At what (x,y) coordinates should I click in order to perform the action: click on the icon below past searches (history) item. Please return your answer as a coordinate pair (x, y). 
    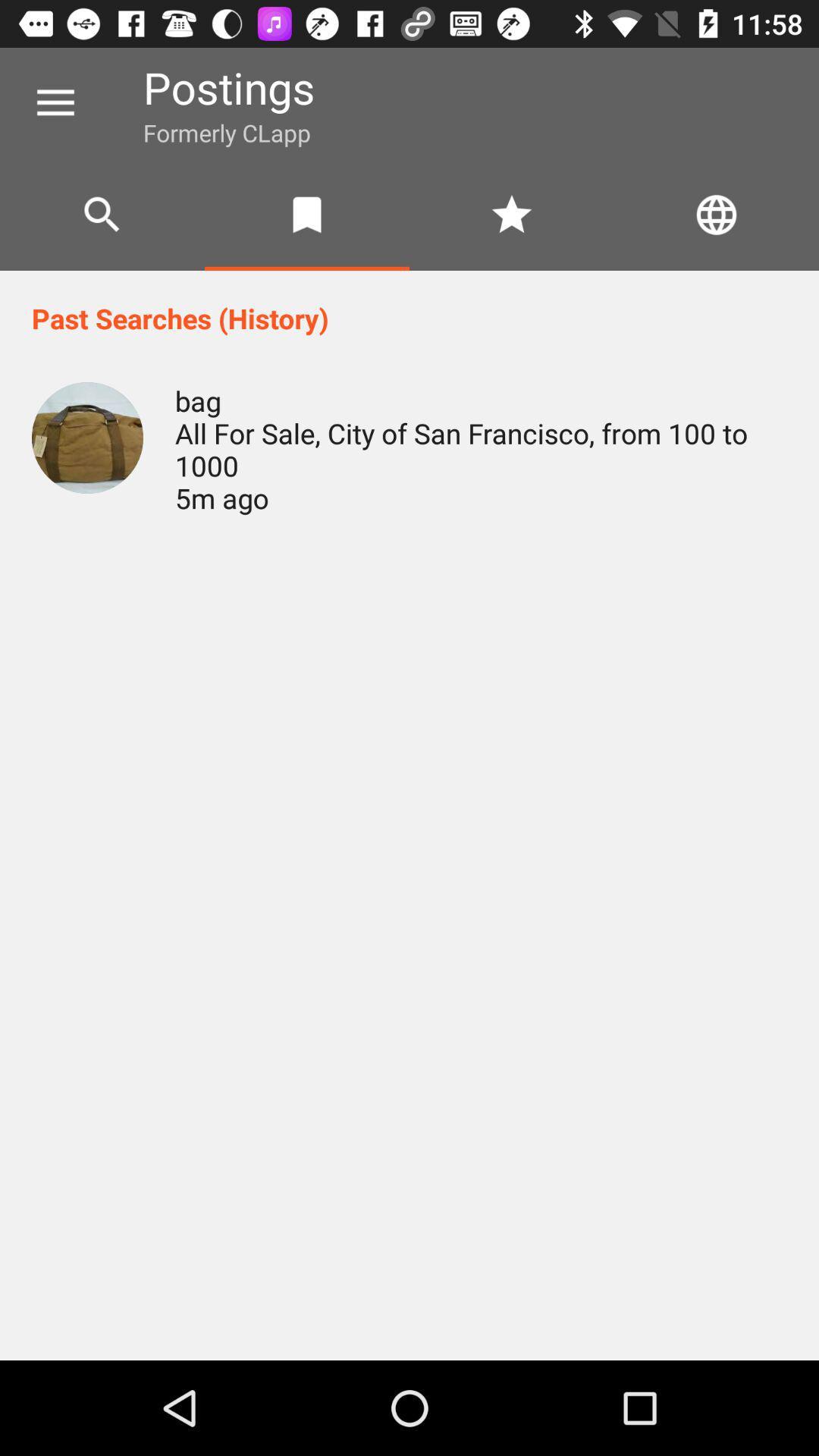
    Looking at the image, I should click on (87, 437).